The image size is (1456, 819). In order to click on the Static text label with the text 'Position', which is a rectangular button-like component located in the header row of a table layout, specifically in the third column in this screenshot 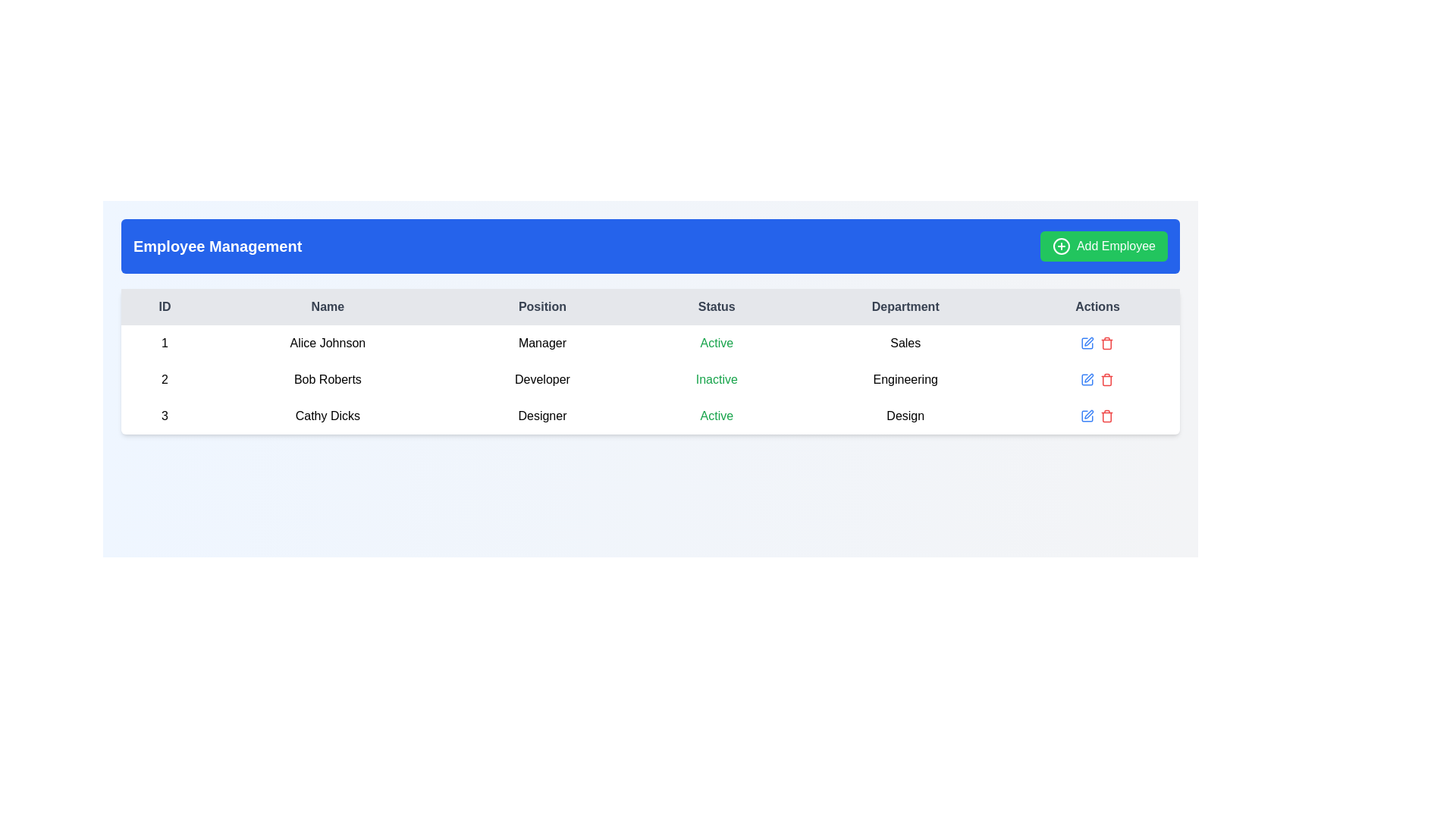, I will do `click(542, 307)`.